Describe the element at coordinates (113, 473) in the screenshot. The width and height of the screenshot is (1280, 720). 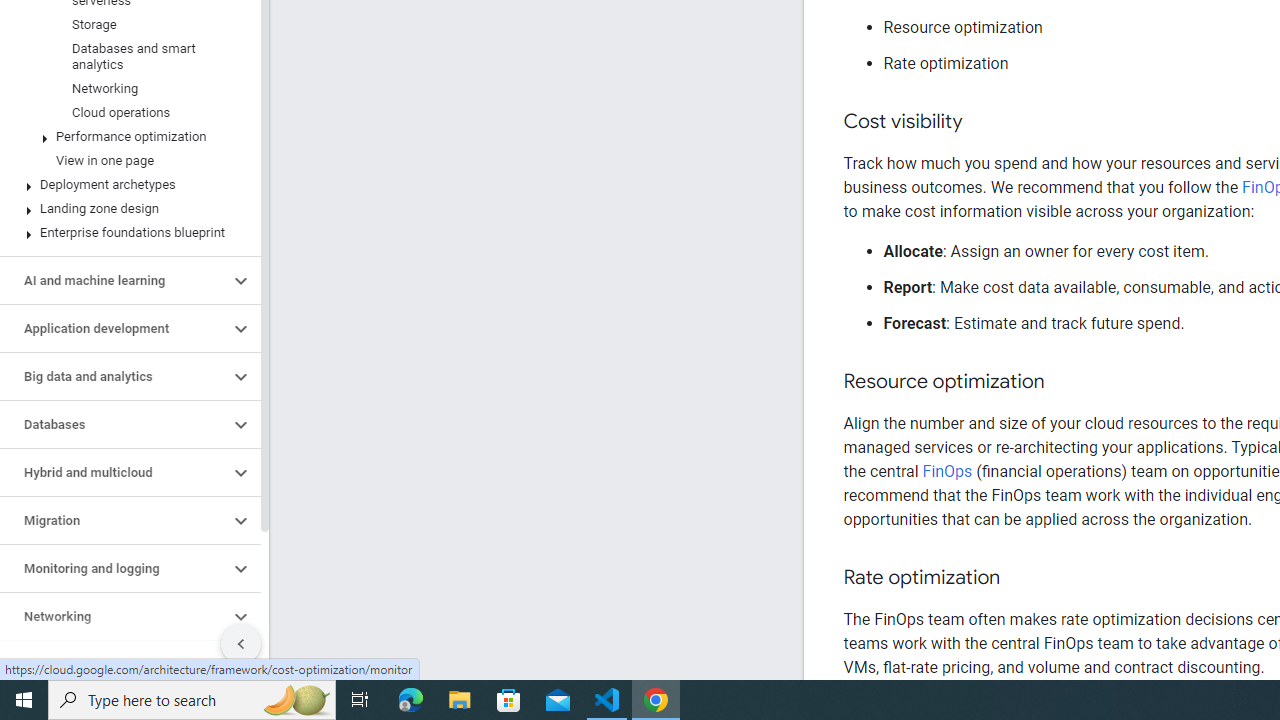
I see `'Hybrid and multicloud'` at that location.